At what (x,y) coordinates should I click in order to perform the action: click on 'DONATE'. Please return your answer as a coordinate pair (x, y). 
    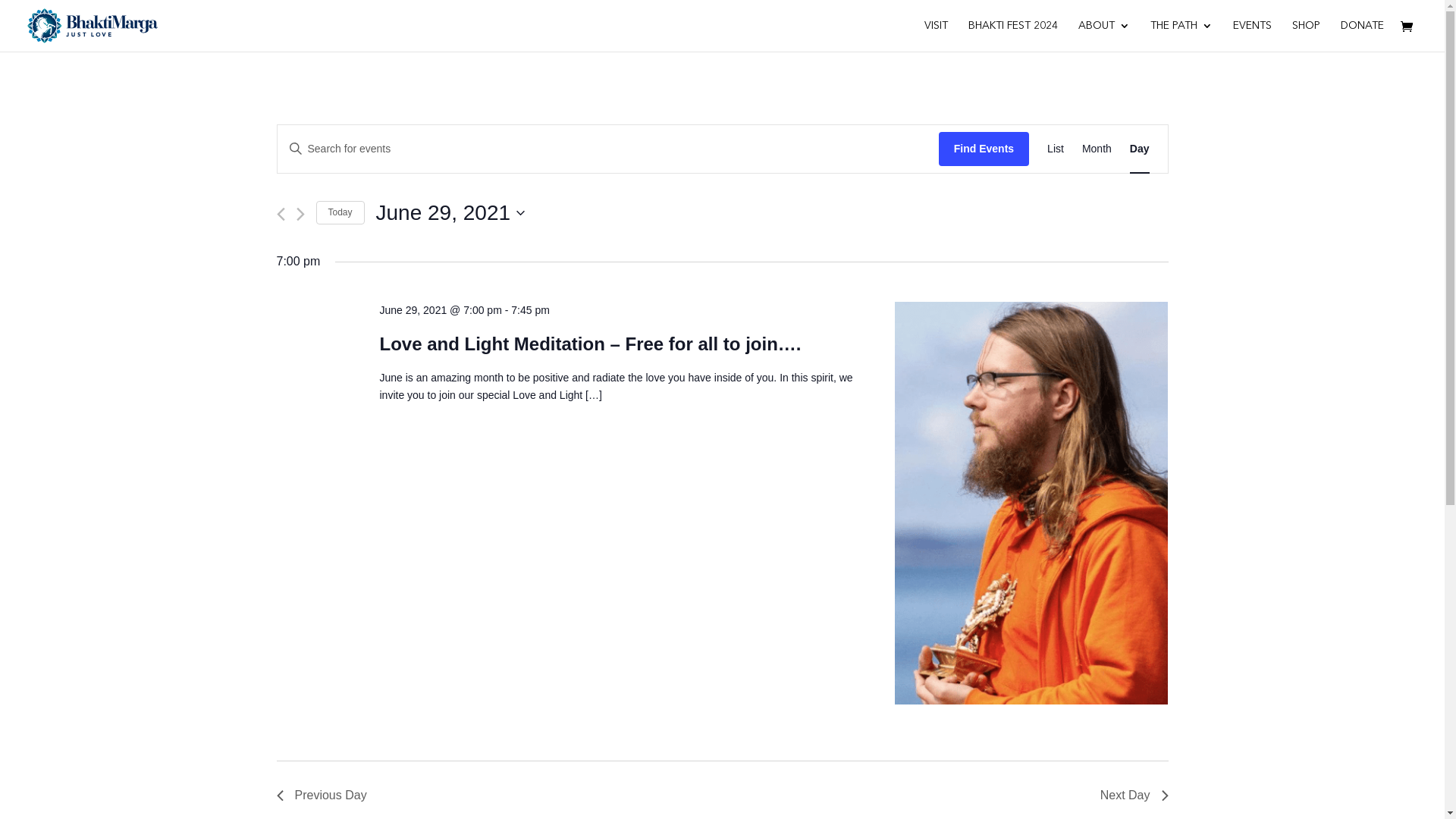
    Looking at the image, I should click on (1362, 35).